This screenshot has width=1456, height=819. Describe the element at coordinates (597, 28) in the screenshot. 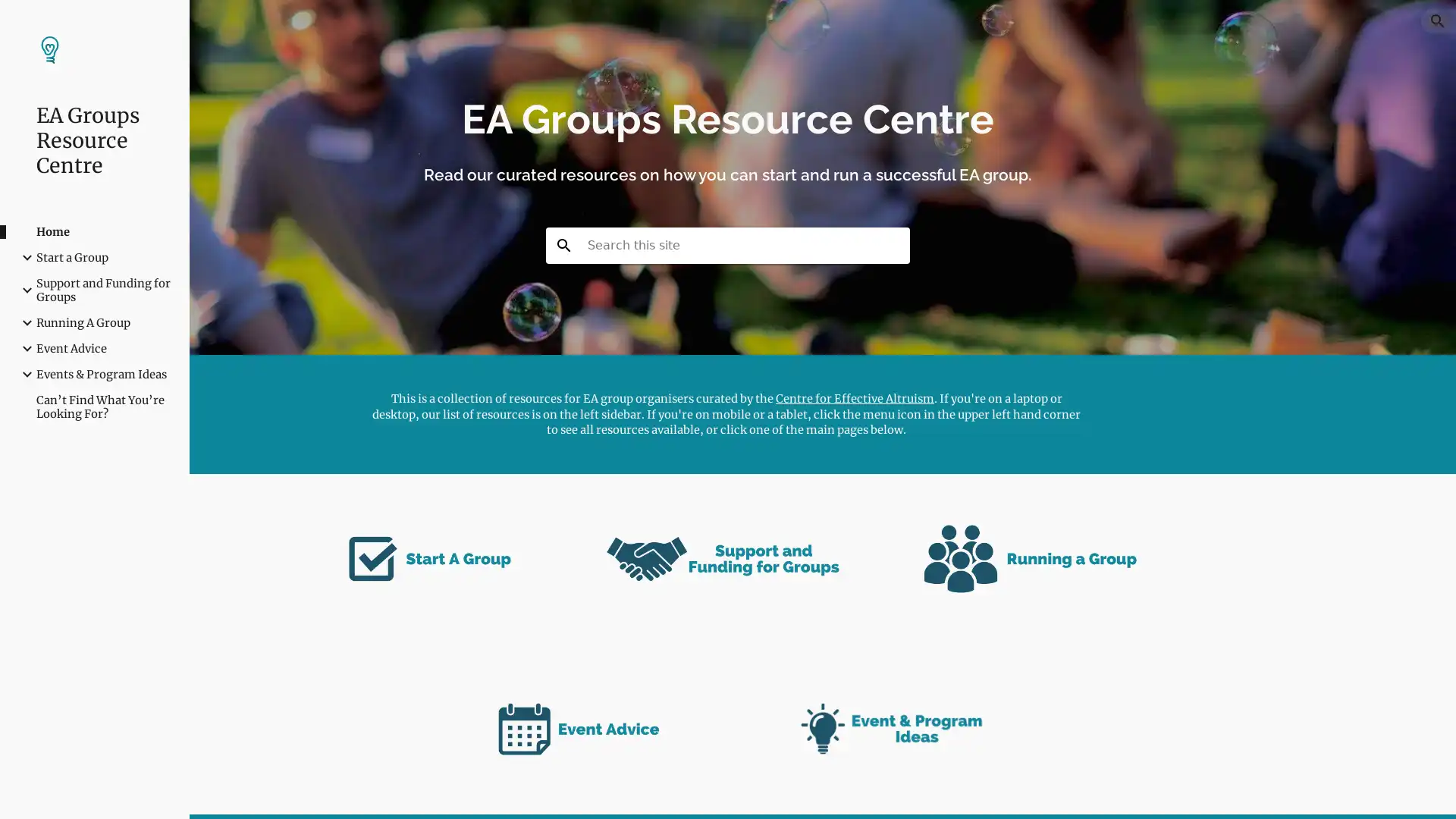

I see `Skip to main content` at that location.